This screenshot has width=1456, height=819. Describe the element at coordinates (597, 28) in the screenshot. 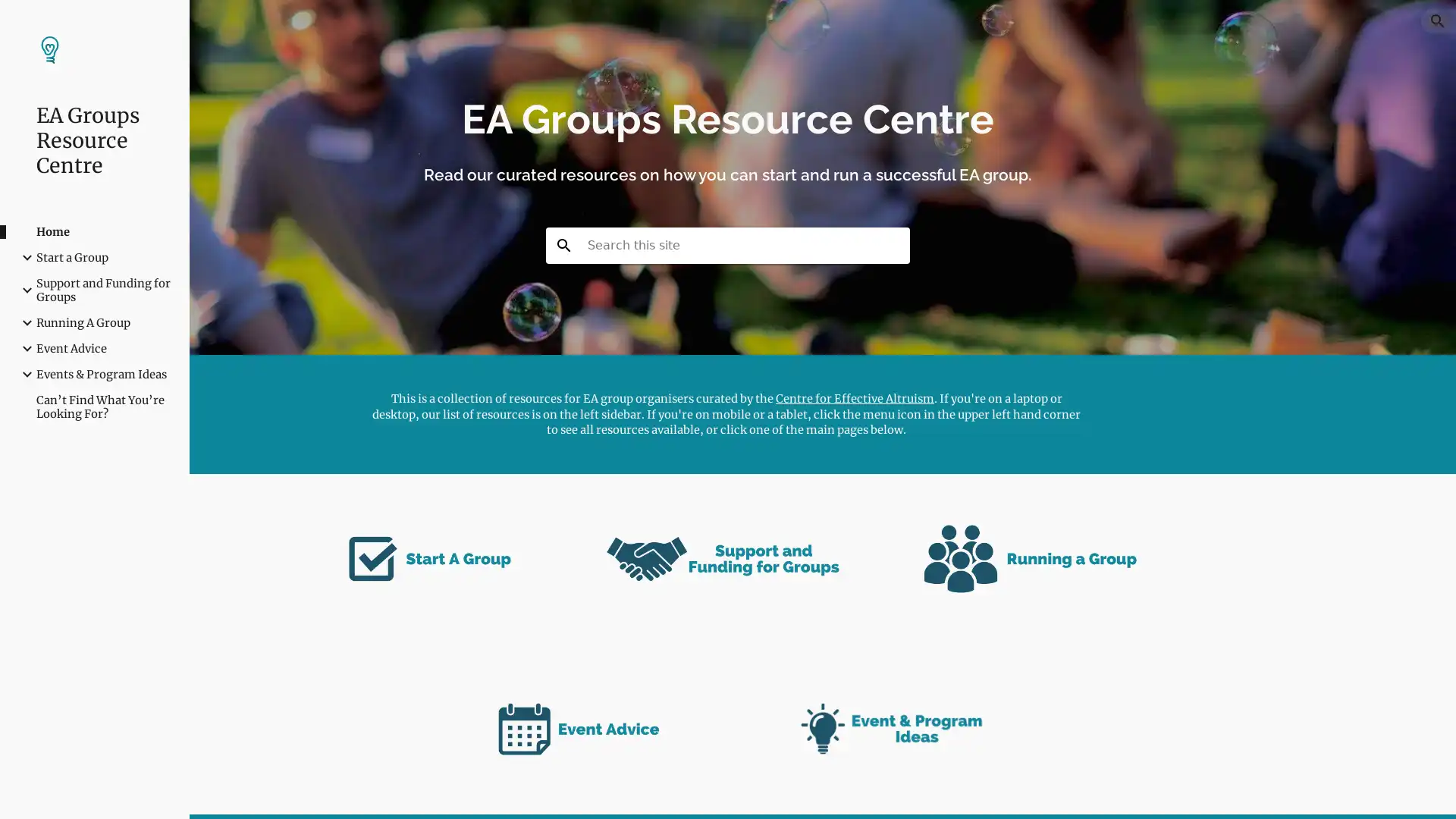

I see `Skip to main content` at that location.